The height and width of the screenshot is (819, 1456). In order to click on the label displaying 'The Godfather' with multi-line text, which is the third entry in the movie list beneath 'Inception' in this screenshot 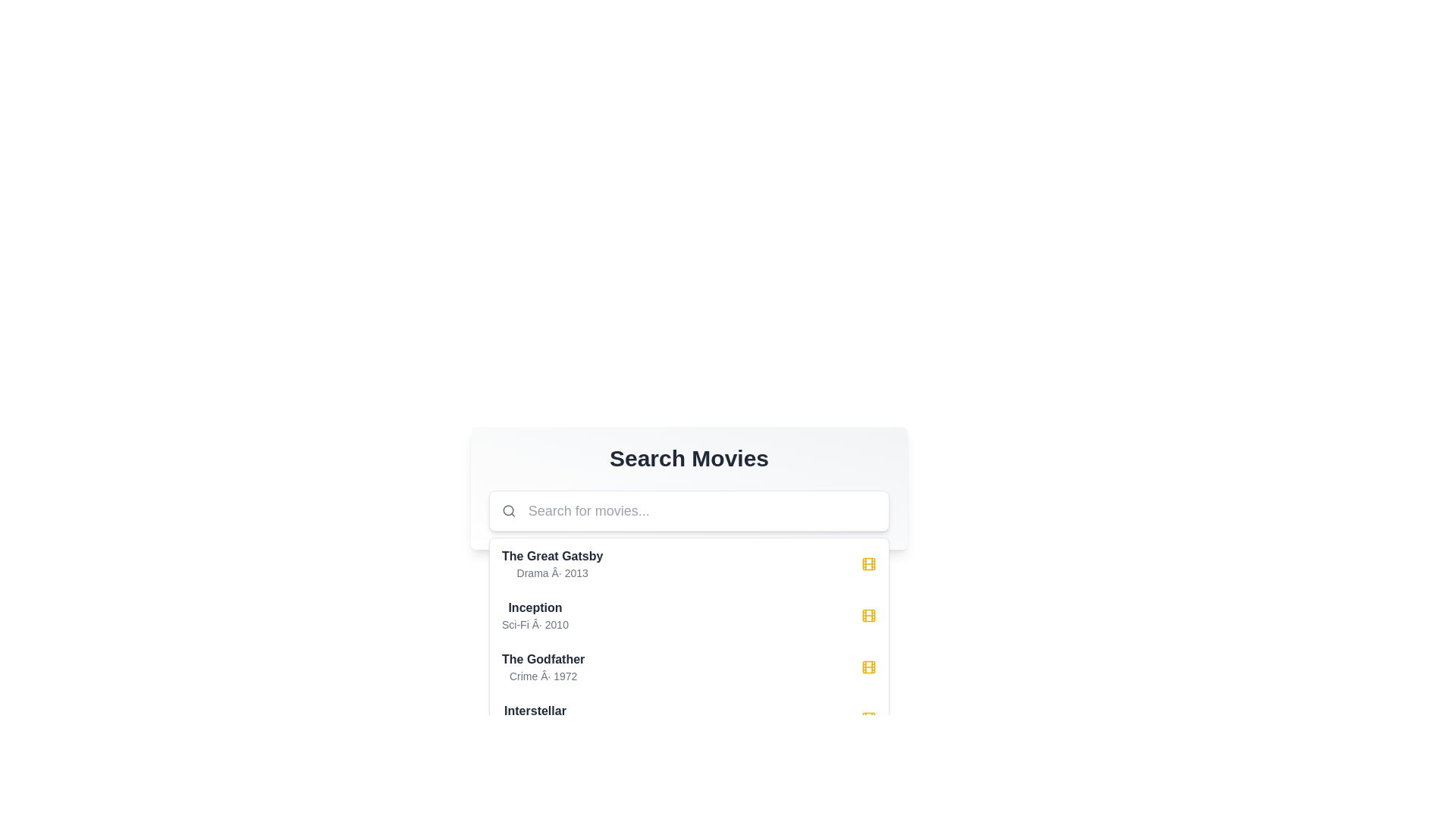, I will do `click(543, 666)`.